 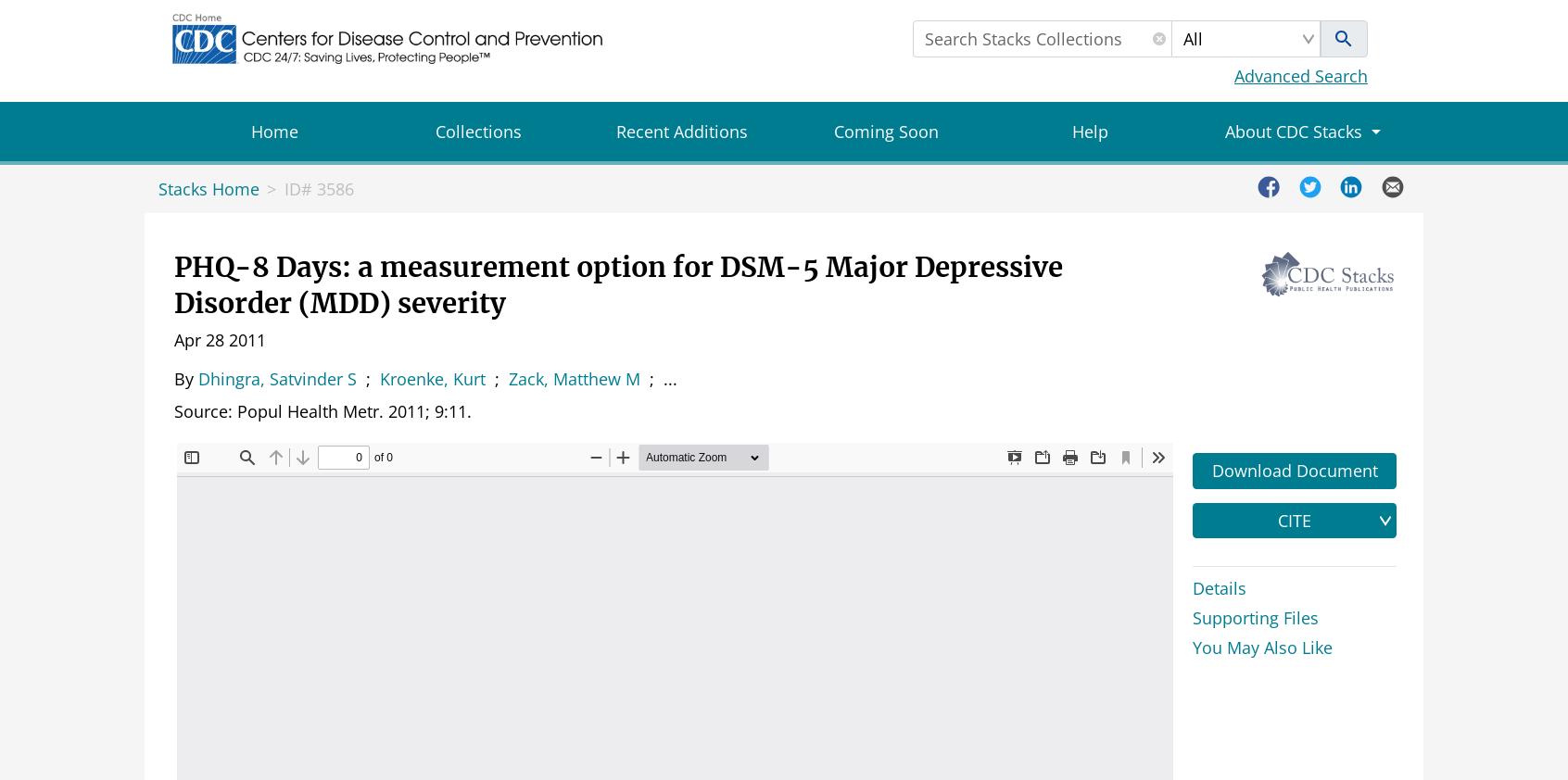 What do you see at coordinates (431, 378) in the screenshot?
I see `'Kroenke, Kurt'` at bounding box center [431, 378].